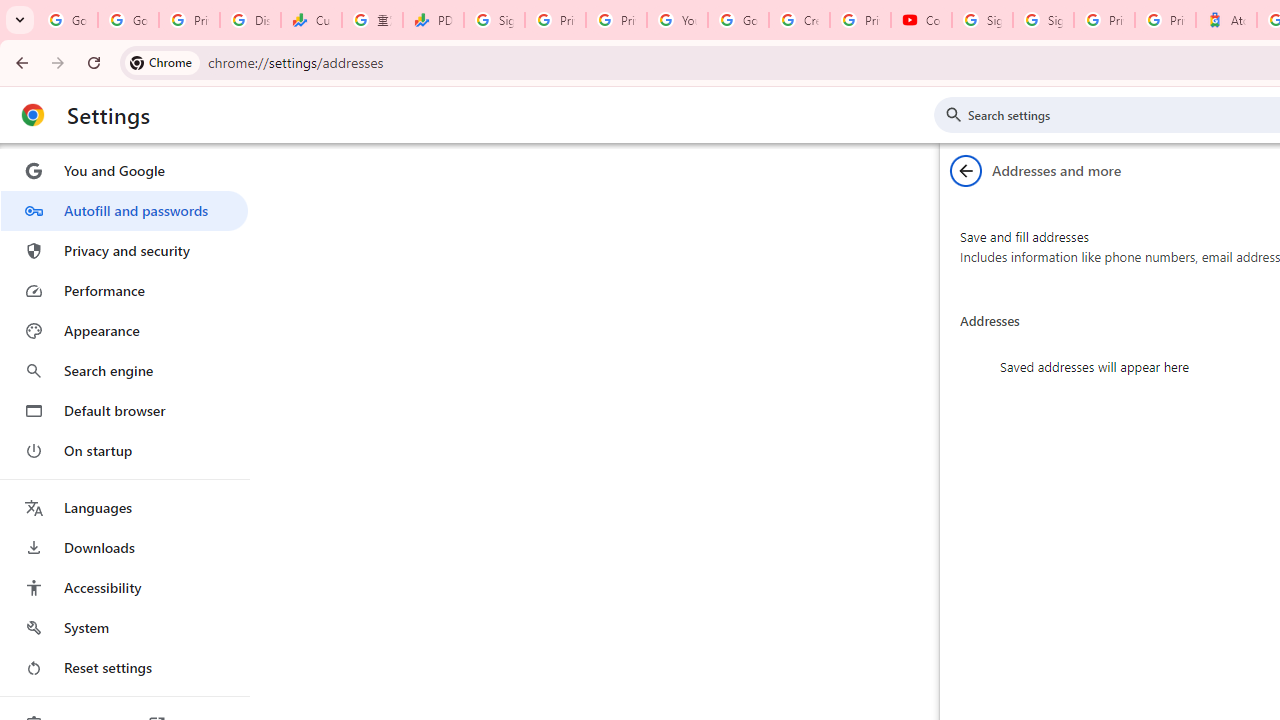  I want to click on 'Content Creator Programs & Opportunities - YouTube Creators', so click(920, 20).